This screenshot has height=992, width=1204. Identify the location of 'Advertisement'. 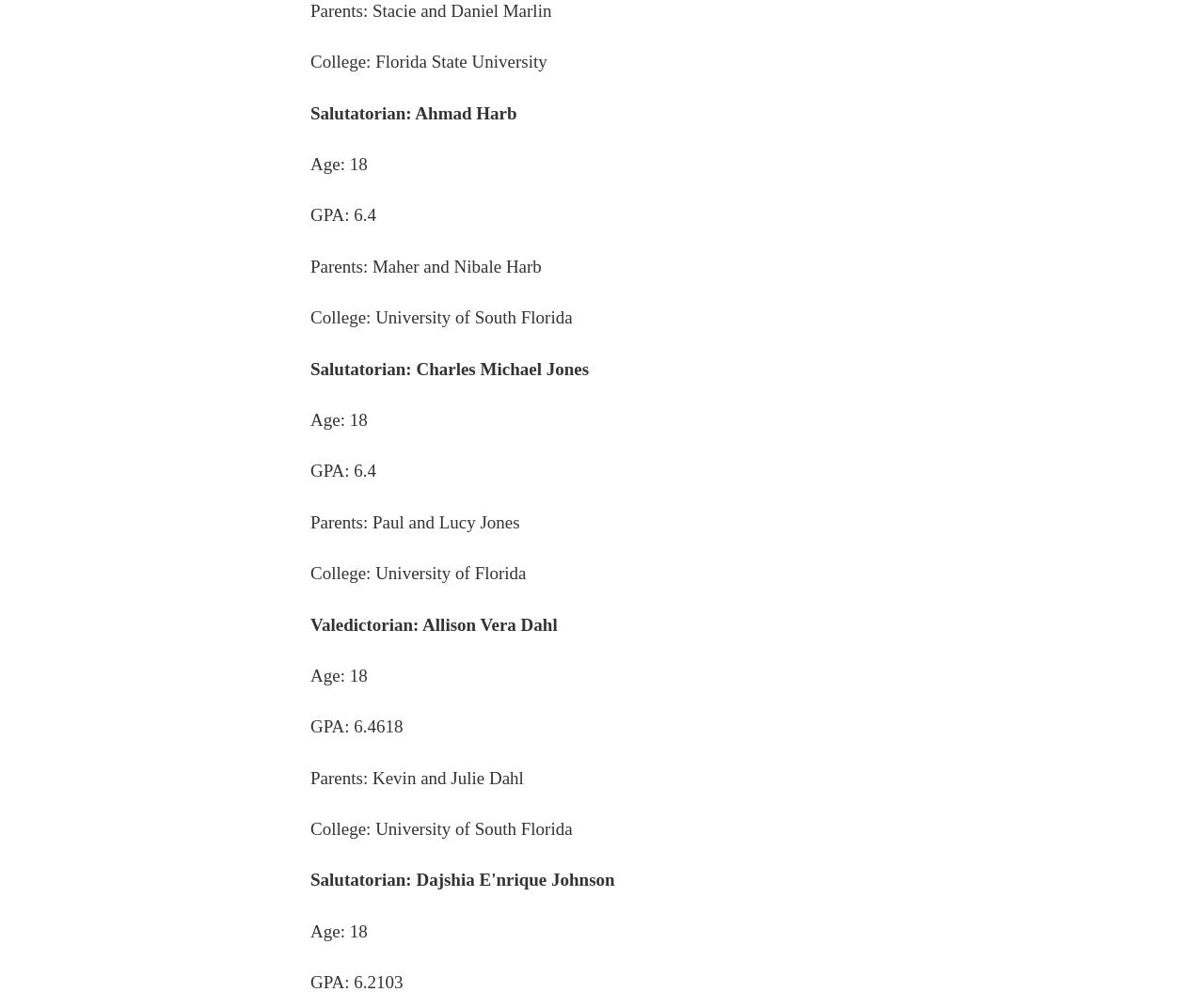
(602, 549).